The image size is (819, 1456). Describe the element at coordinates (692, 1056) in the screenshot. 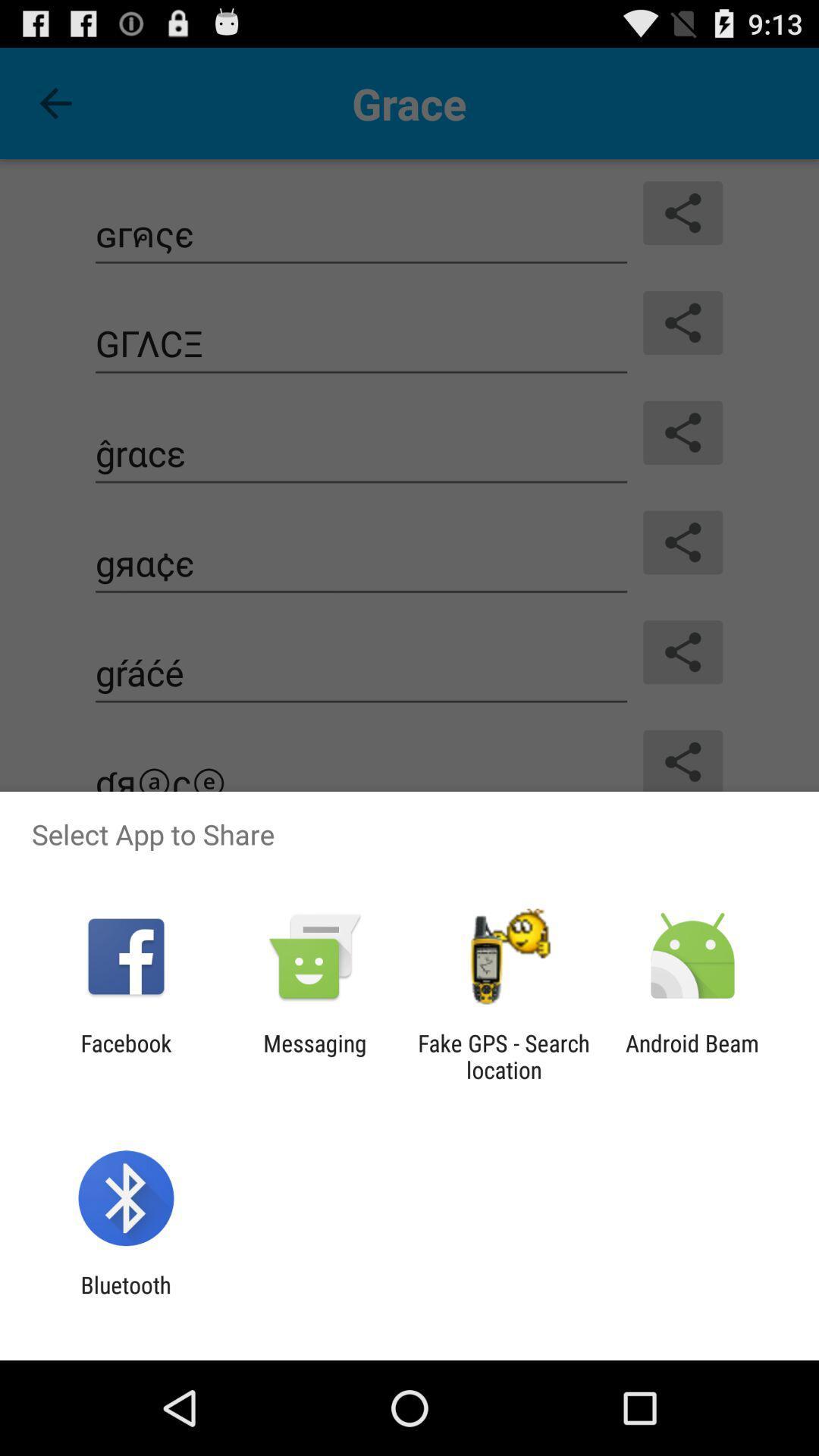

I see `the icon to the right of fake gps search app` at that location.